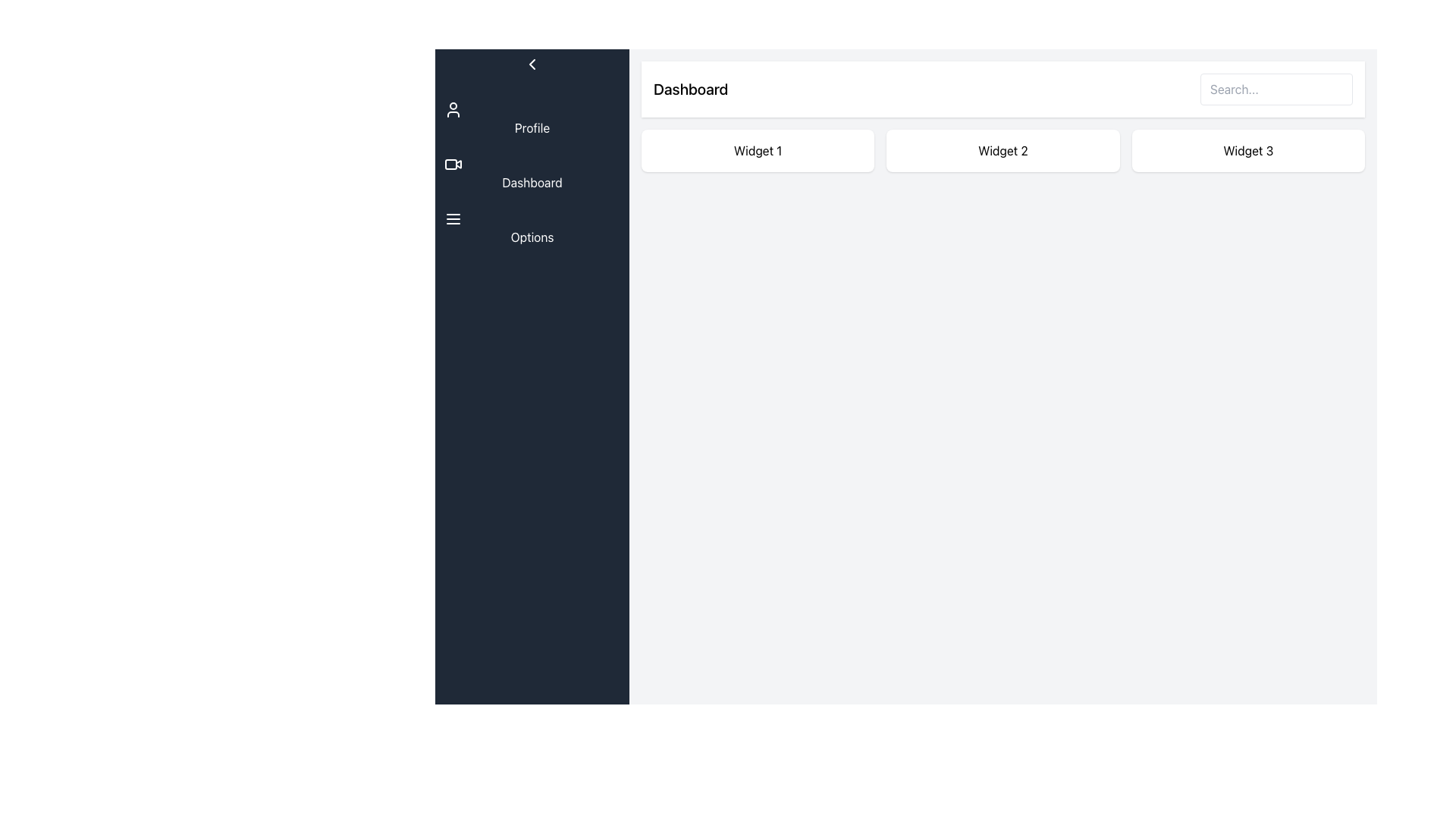 This screenshot has width=1456, height=819. Describe the element at coordinates (532, 227) in the screenshot. I see `the 'Options' button located in the left navigation panel, which has a dark background and a menu-style icon with three horizontal lines above the label` at that location.